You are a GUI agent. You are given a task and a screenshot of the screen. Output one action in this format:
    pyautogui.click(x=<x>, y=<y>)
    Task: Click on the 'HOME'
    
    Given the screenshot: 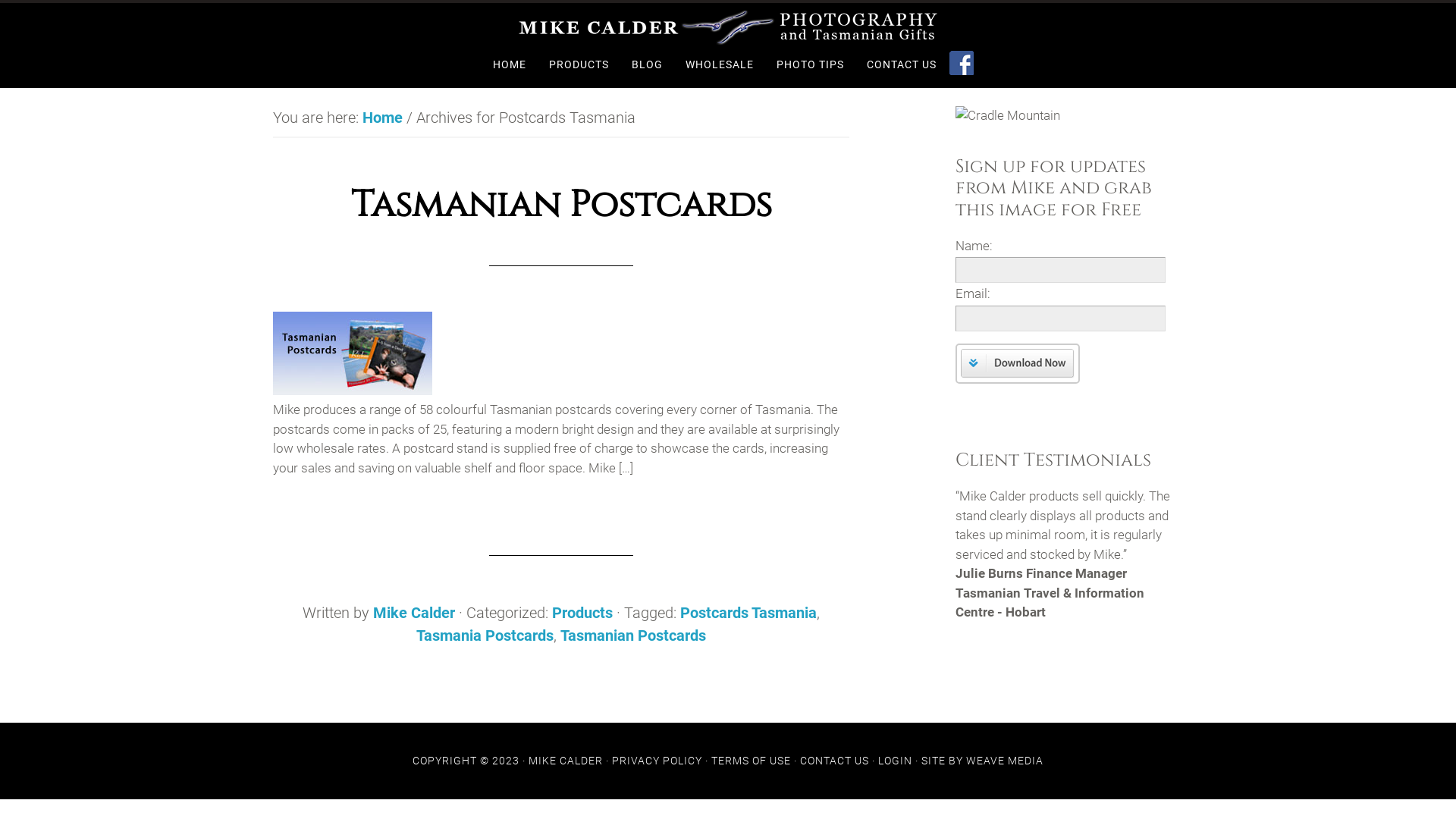 What is the action you would take?
    pyautogui.click(x=509, y=64)
    